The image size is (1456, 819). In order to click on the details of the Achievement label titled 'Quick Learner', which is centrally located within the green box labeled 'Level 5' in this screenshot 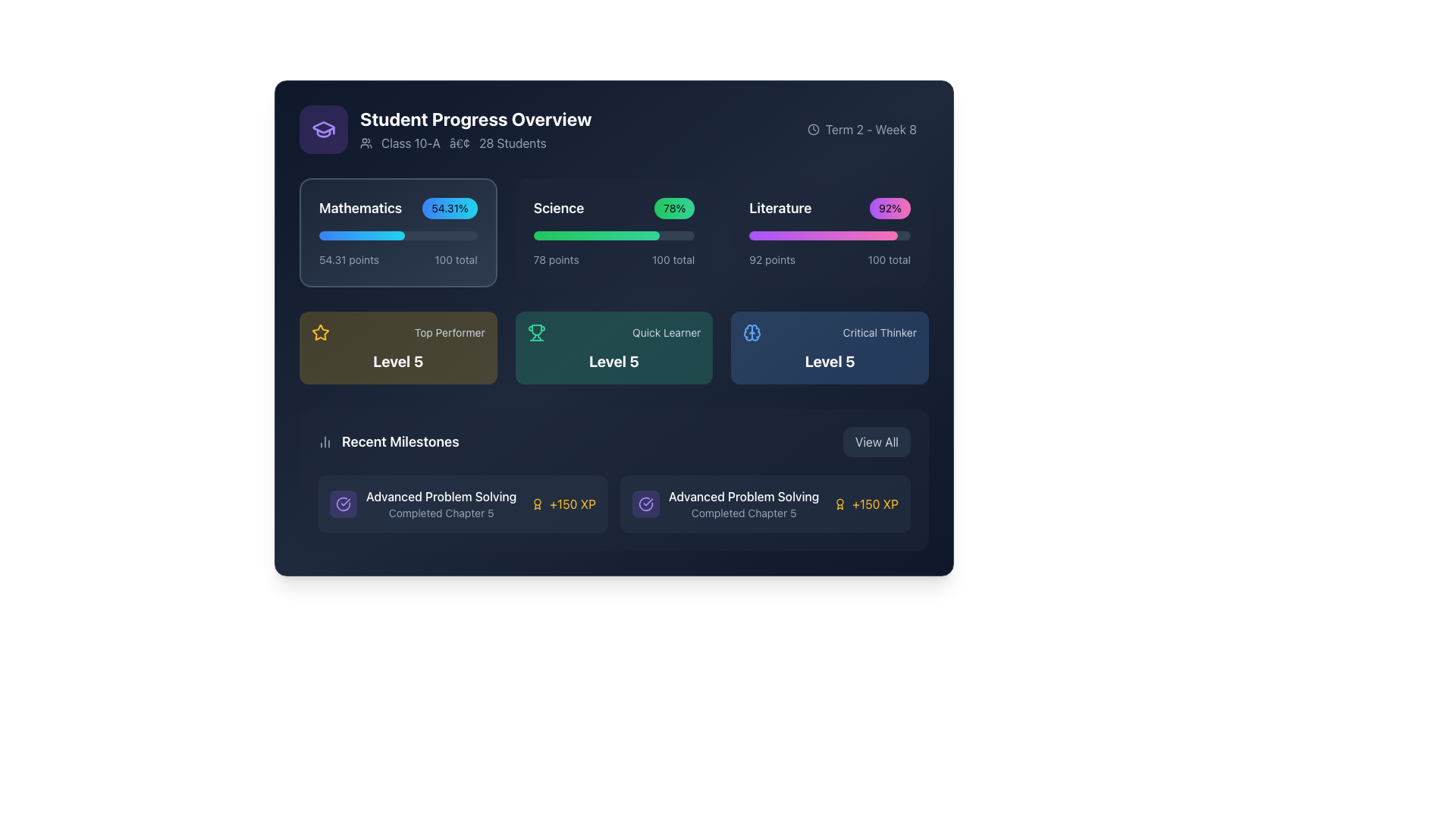, I will do `click(614, 332)`.